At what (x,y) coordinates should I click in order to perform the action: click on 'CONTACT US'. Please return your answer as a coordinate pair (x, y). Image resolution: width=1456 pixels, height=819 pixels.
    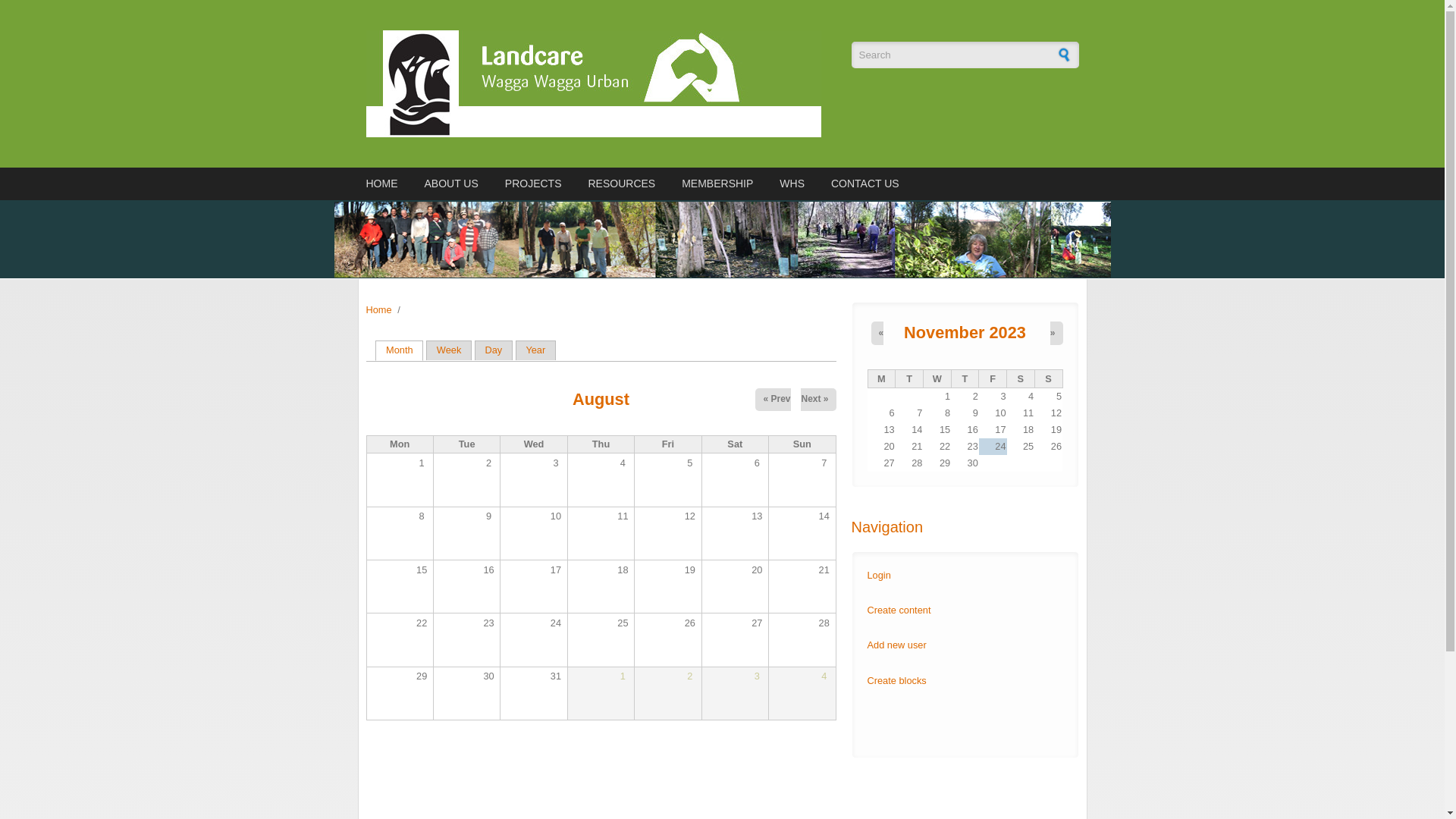
    Looking at the image, I should click on (826, 183).